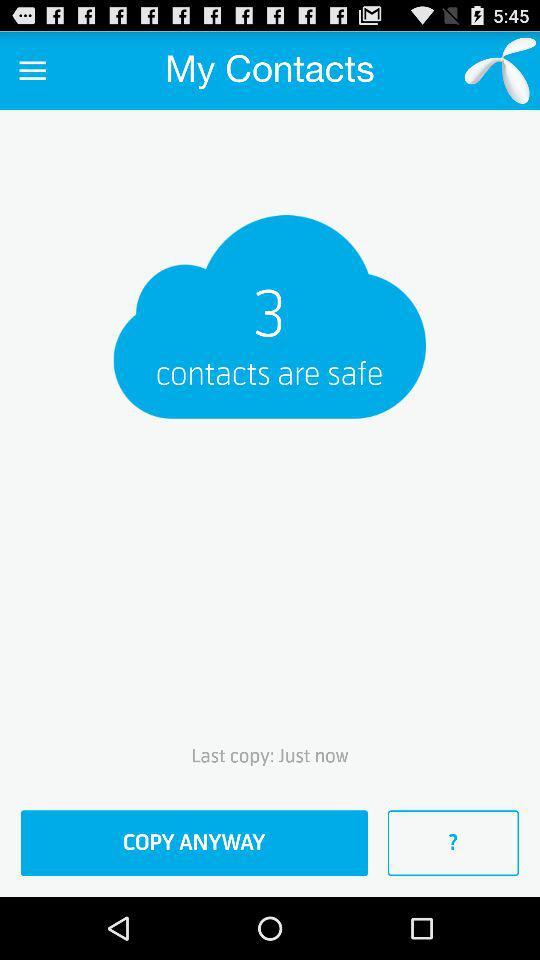 This screenshot has width=540, height=960. What do you see at coordinates (453, 842) in the screenshot?
I see `the item to the right of the copy anyway` at bounding box center [453, 842].